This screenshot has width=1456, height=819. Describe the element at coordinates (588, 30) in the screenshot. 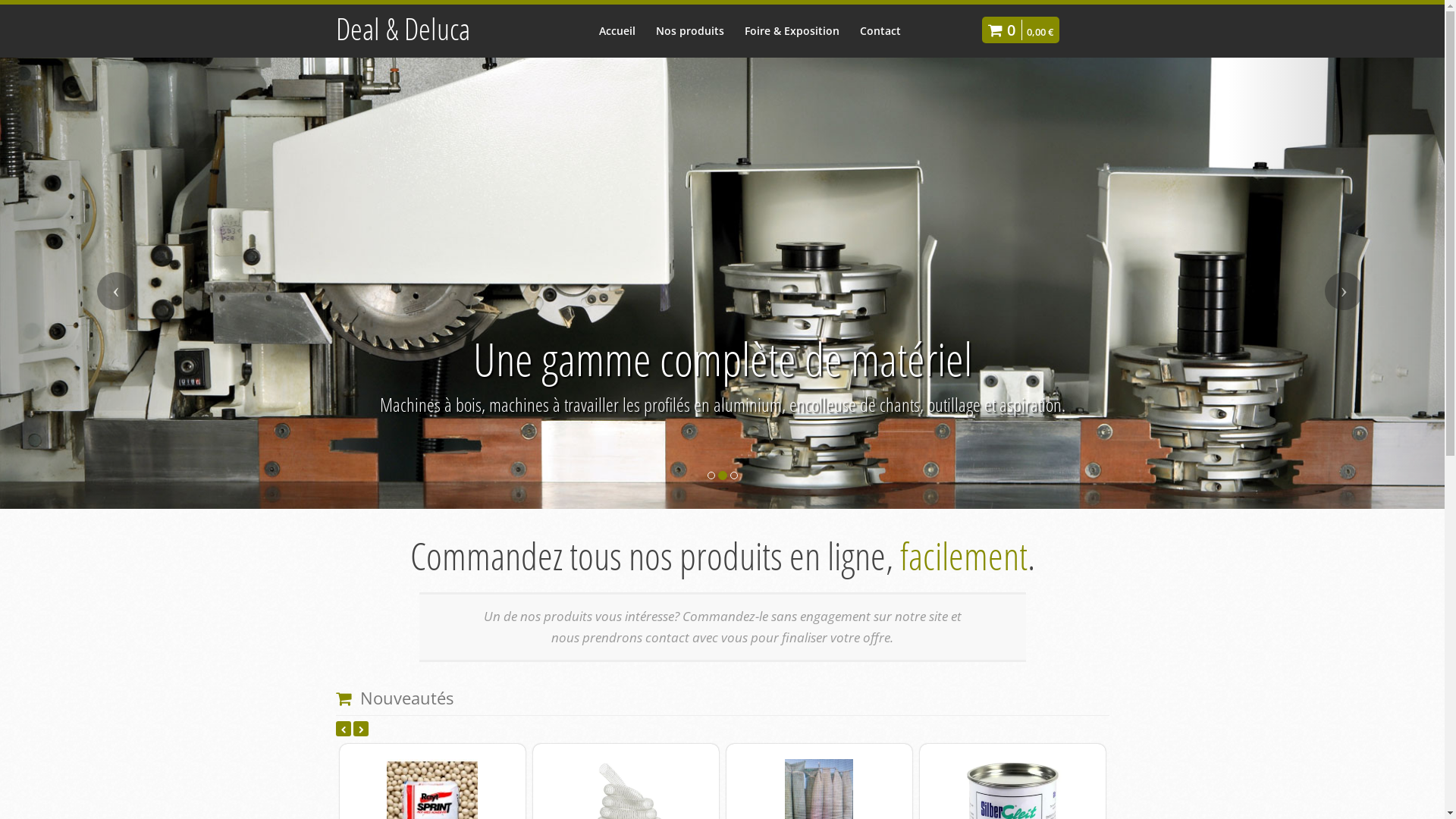

I see `'Accueil'` at that location.